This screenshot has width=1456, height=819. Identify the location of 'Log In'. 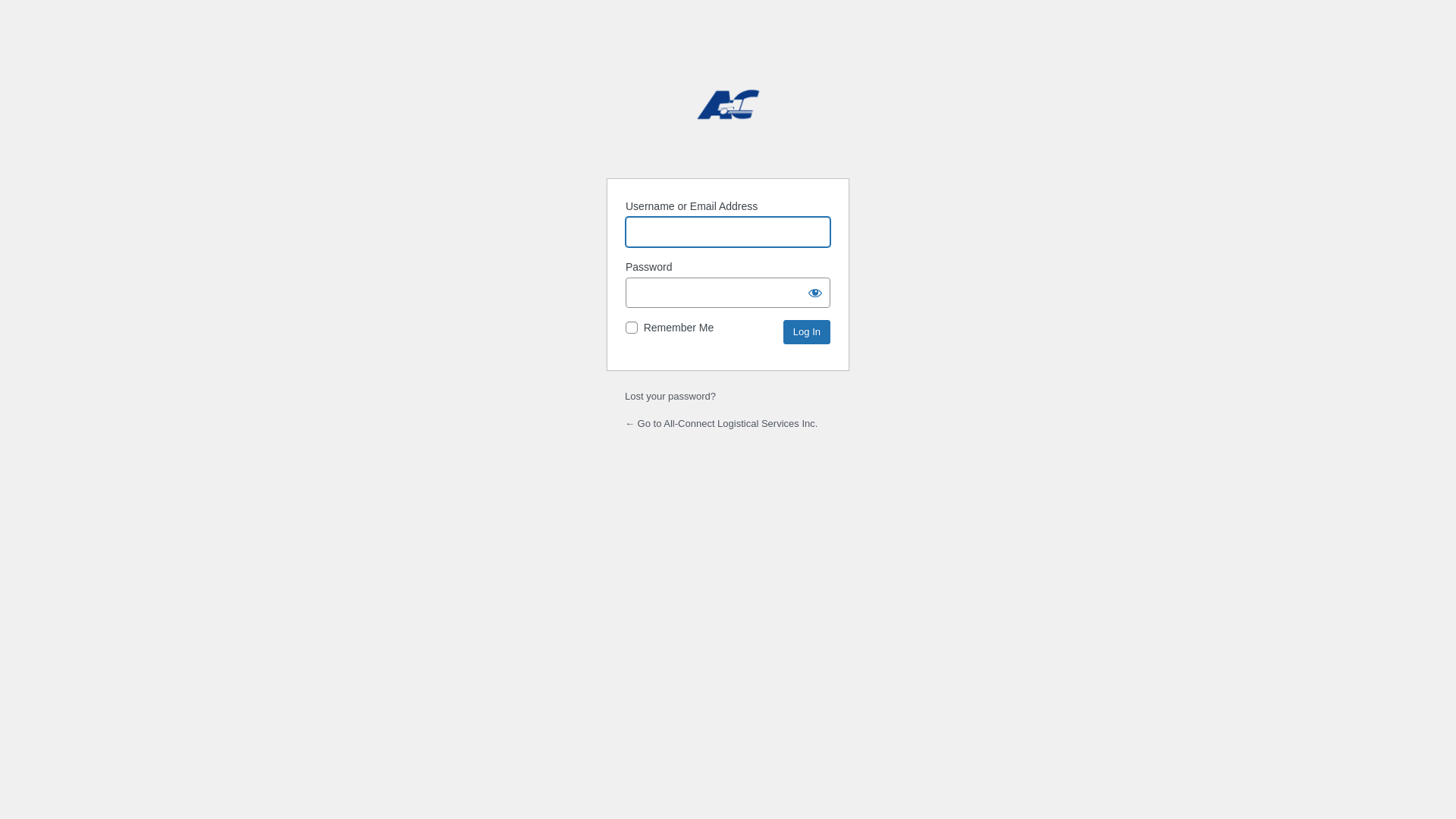
(783, 331).